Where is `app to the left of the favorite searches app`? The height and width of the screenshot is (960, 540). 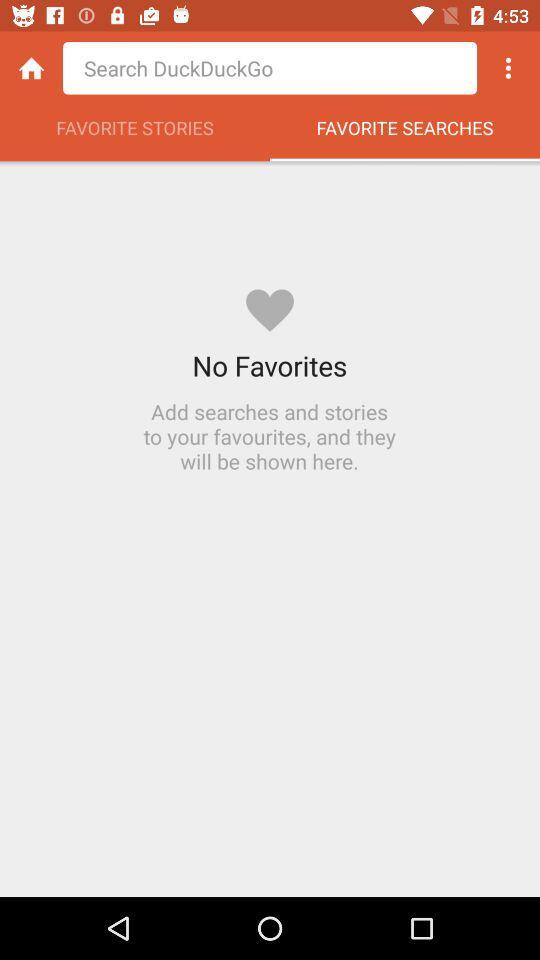
app to the left of the favorite searches app is located at coordinates (135, 132).